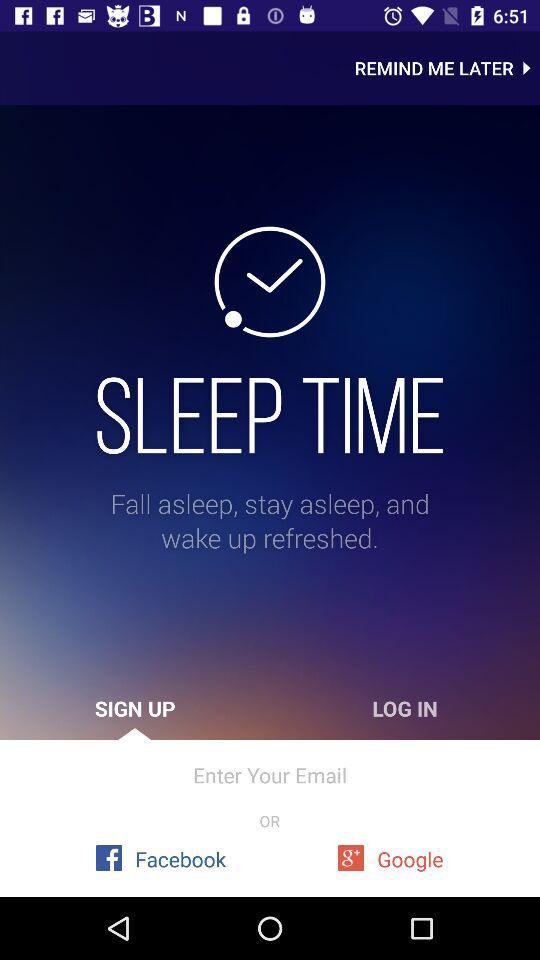  Describe the element at coordinates (405, 708) in the screenshot. I see `log in` at that location.